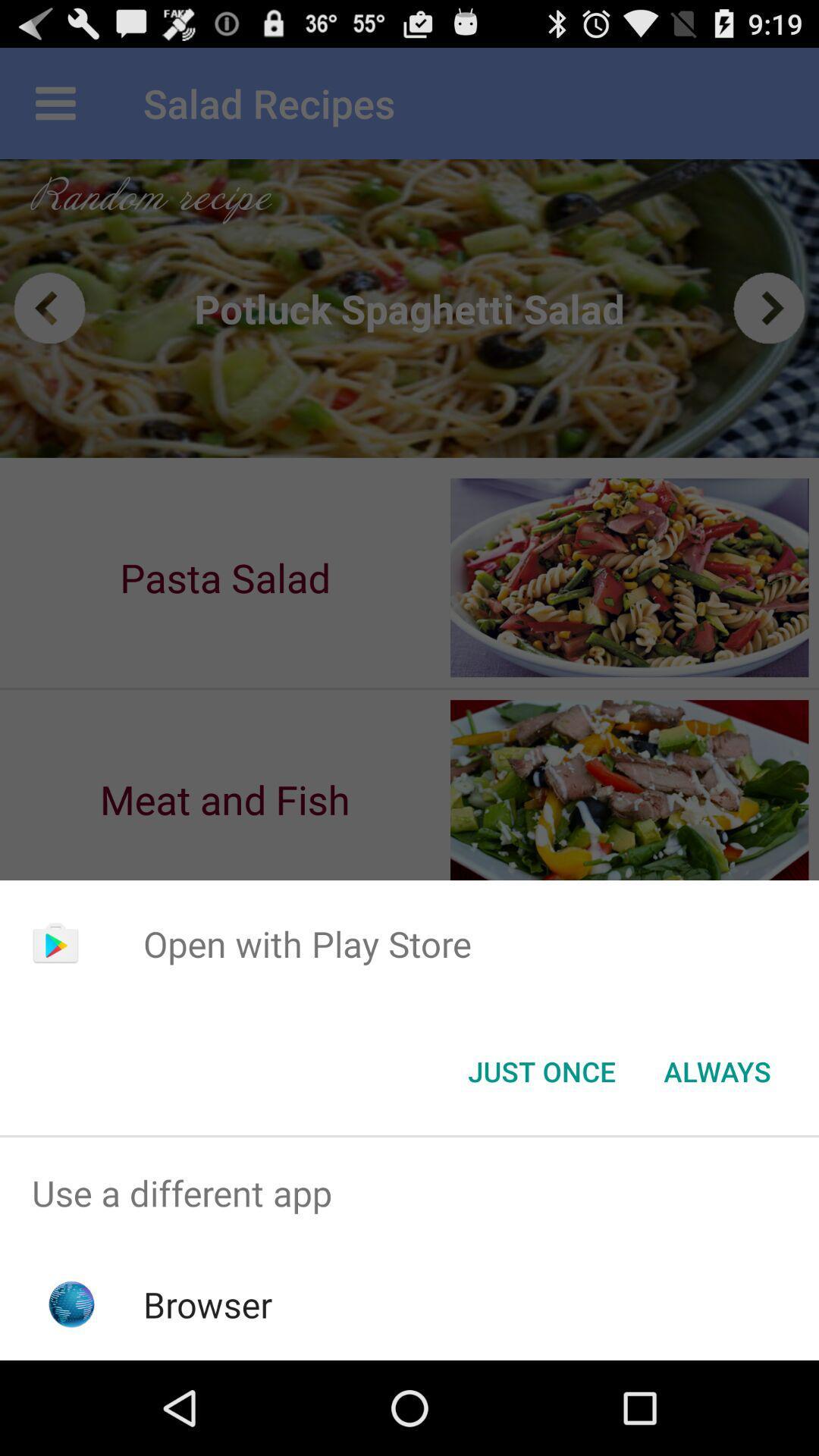 The height and width of the screenshot is (1456, 819). What do you see at coordinates (541, 1070) in the screenshot?
I see `the just once` at bounding box center [541, 1070].